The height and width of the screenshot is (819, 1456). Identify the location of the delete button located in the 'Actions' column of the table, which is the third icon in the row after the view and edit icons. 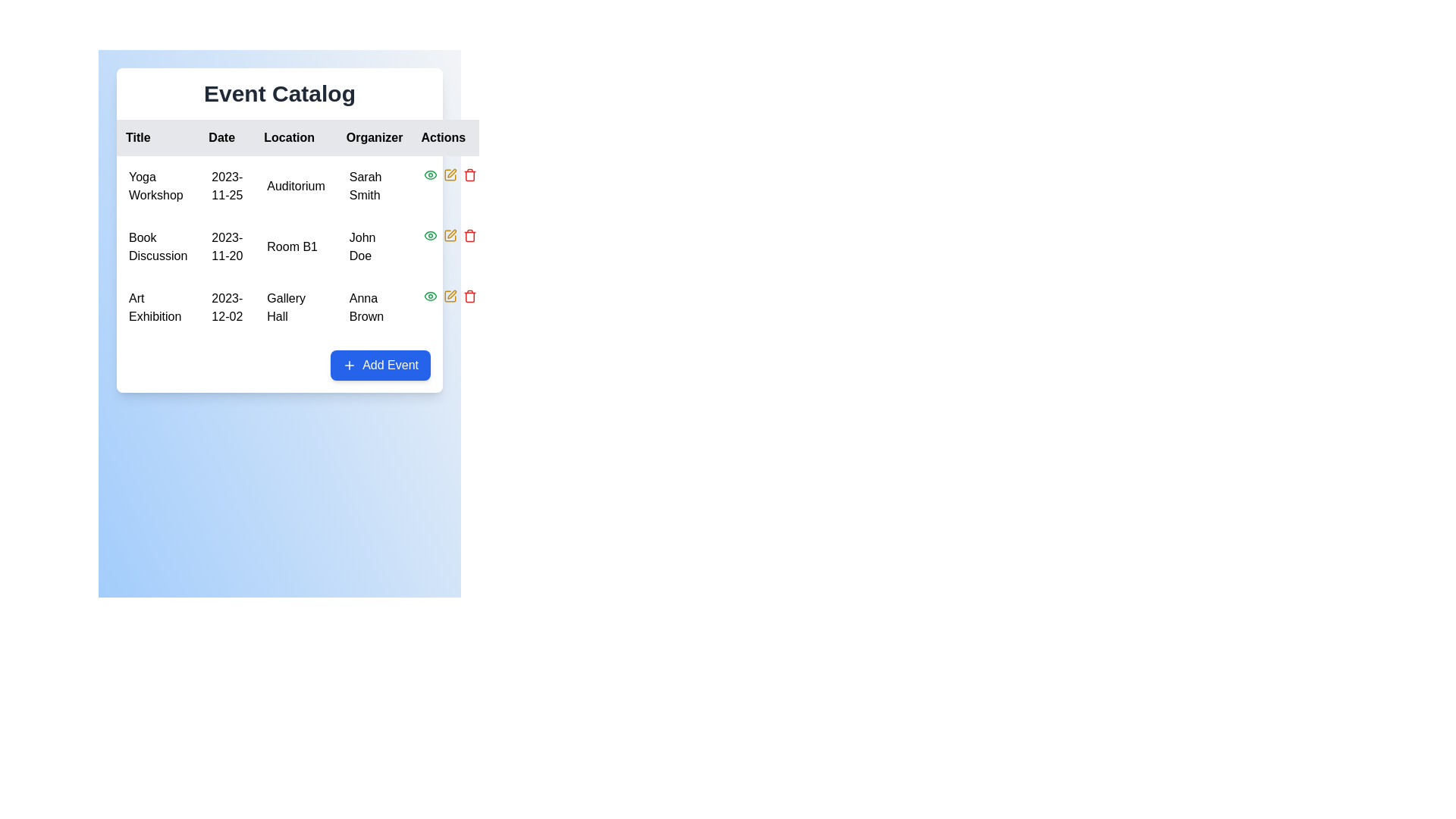
(469, 174).